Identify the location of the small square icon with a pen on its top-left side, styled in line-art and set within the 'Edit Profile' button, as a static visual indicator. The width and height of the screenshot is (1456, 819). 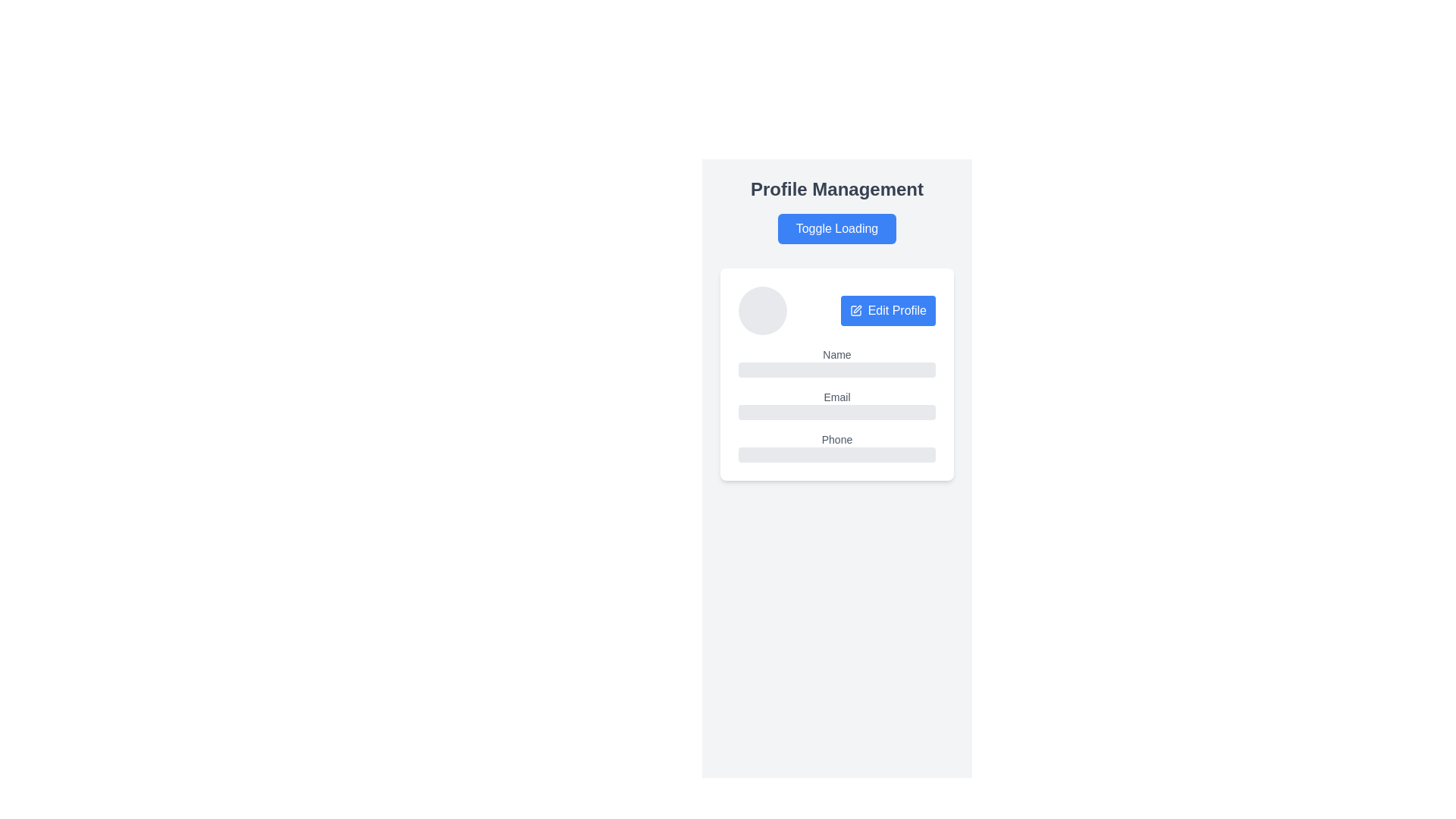
(855, 309).